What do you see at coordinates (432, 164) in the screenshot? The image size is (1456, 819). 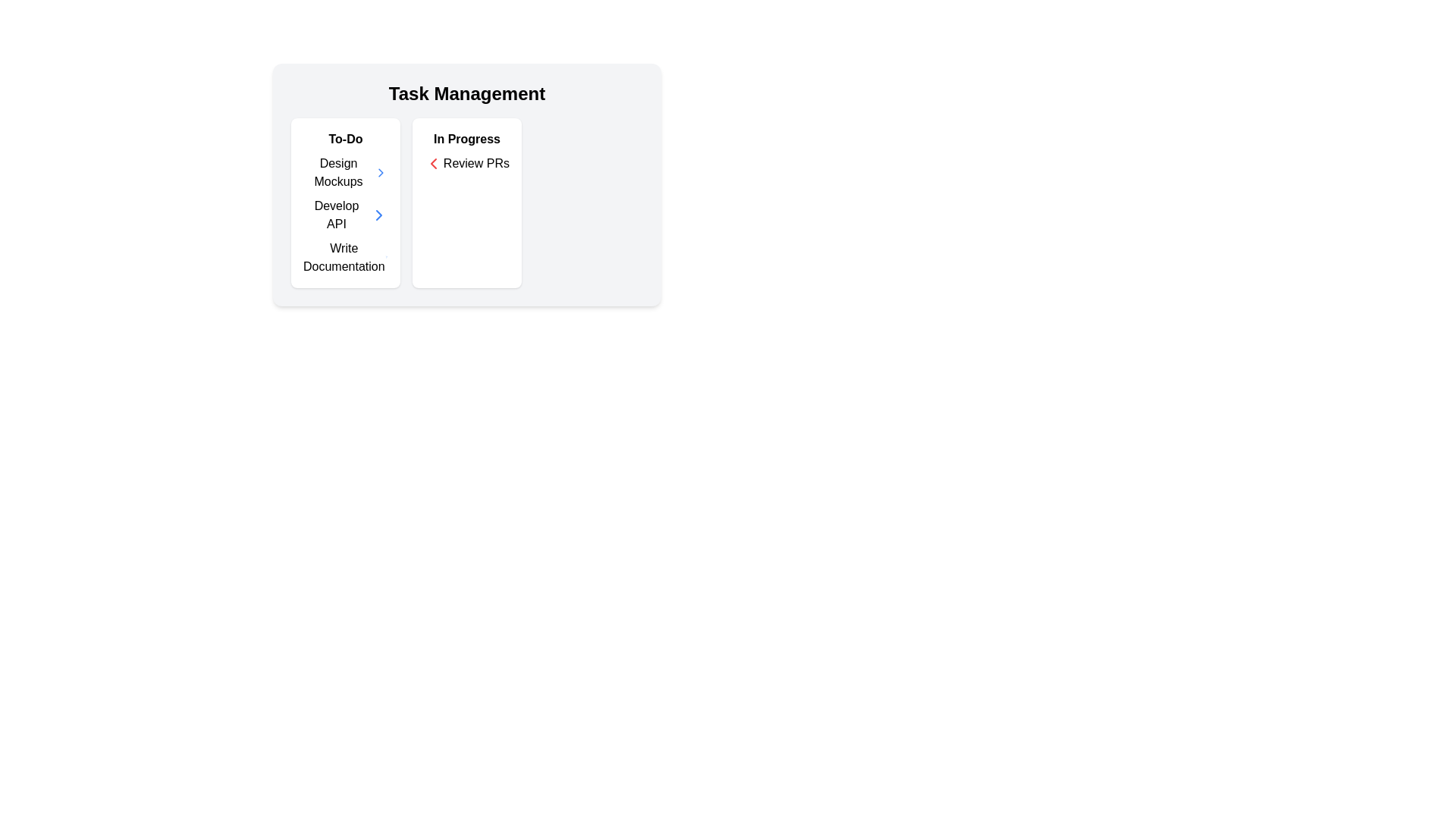 I see `the leftward-pointing chevron icon styled in red, located at the leftmost position of the 'Review PRs' row header under the 'In Progress' category` at bounding box center [432, 164].